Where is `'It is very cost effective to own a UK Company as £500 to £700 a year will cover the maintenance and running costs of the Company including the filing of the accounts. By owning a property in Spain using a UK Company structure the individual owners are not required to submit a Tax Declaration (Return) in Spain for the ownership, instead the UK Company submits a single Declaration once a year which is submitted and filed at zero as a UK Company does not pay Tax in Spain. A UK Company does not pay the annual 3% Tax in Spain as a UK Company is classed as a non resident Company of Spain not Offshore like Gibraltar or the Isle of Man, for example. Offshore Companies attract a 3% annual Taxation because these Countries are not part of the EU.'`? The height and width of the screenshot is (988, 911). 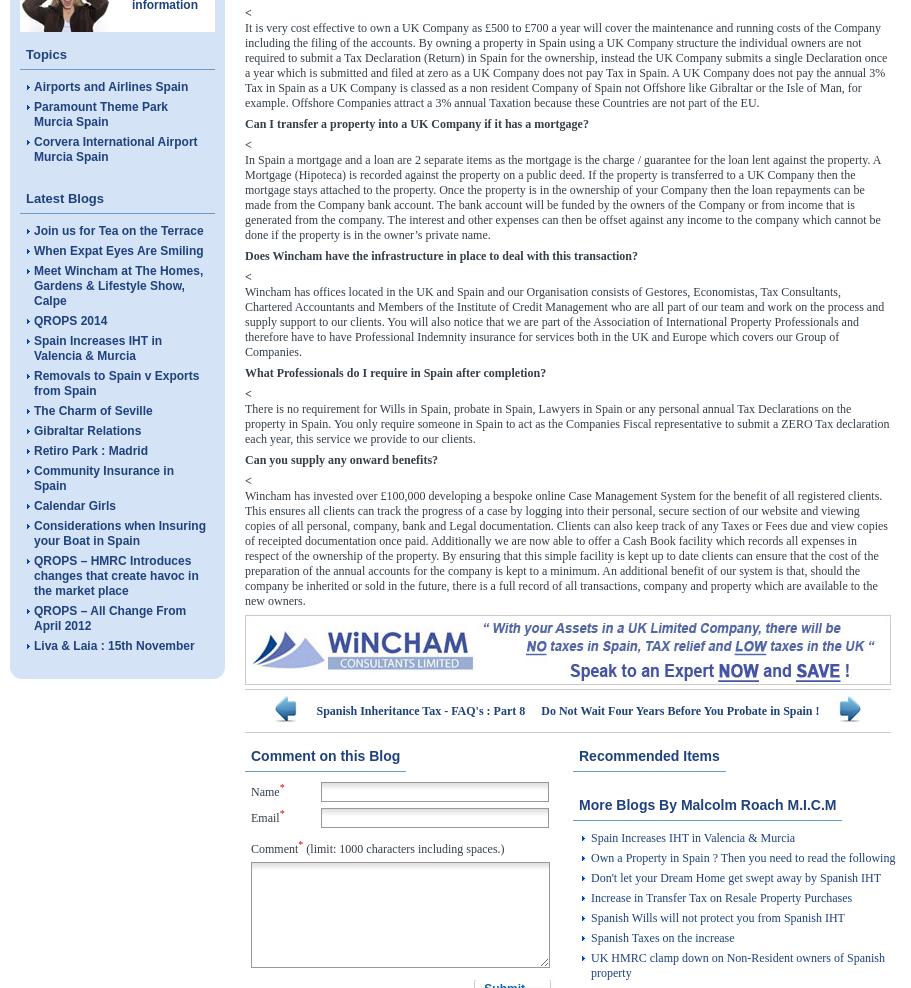 'It is very cost effective to own a UK Company as £500 to £700 a year will cover the maintenance and running costs of the Company including the filing of the accounts. By owning a property in Spain using a UK Company structure the individual owners are not required to submit a Tax Declaration (Return) in Spain for the ownership, instead the UK Company submits a single Declaration once a year which is submitted and filed at zero as a UK Company does not pay Tax in Spain. A UK Company does not pay the annual 3% Tax in Spain as a UK Company is classed as a non resident Company of Spain not Offshore like Gibraltar or the Isle of Man, for example. Offshore Companies attract a 3% annual Taxation because these Countries are not part of the EU.' is located at coordinates (566, 65).